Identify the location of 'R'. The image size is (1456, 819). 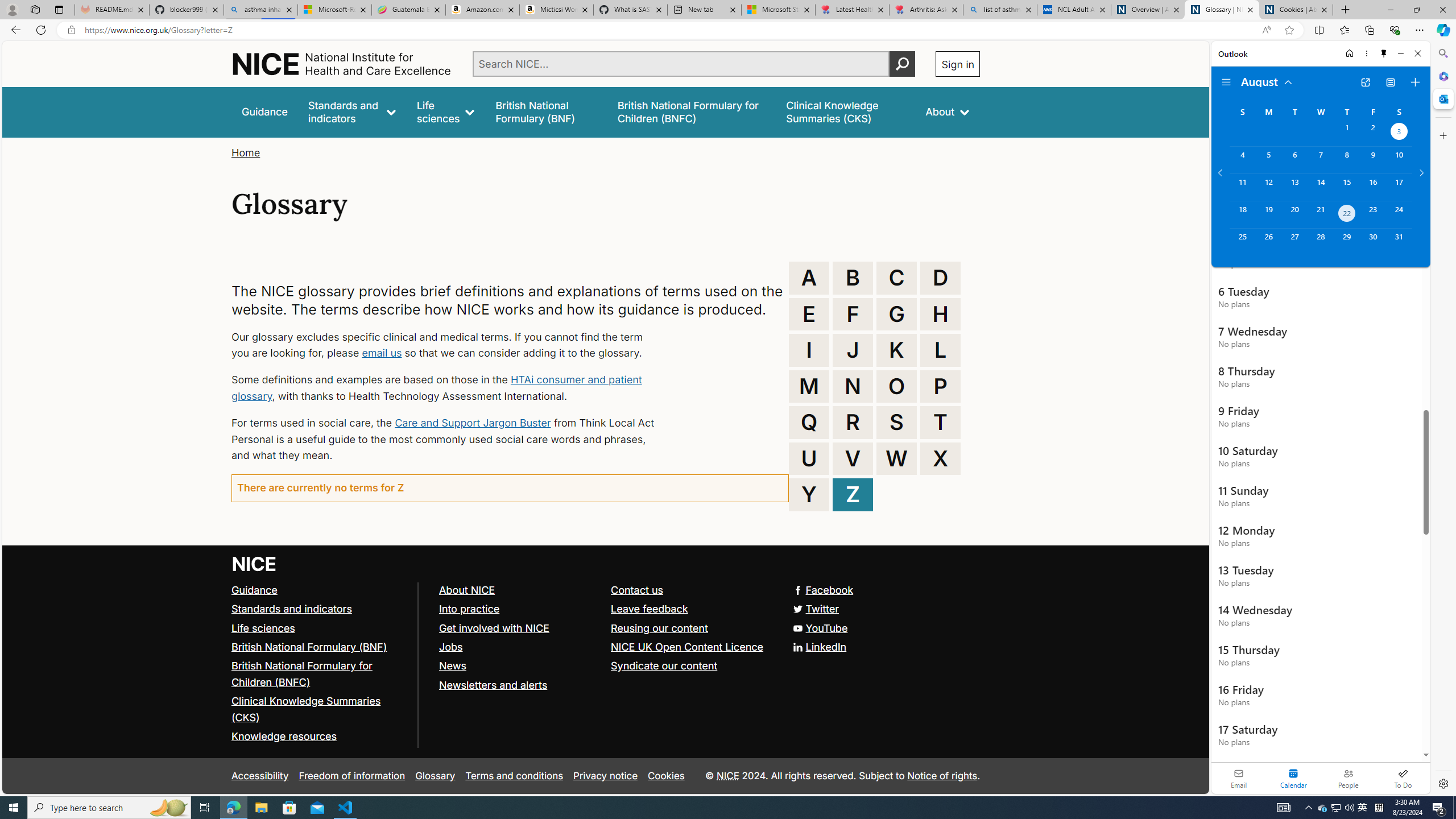
(853, 422).